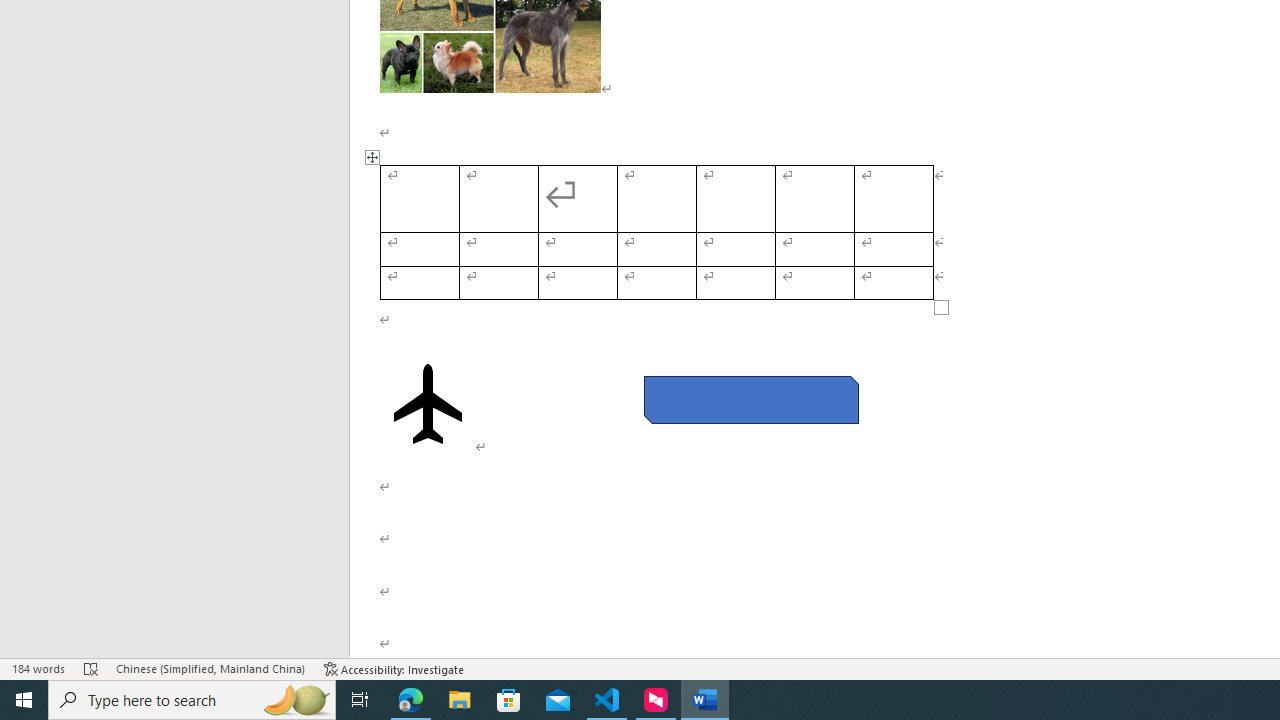  I want to click on 'Rectangle: Diagonal Corners Snipped 2', so click(750, 399).